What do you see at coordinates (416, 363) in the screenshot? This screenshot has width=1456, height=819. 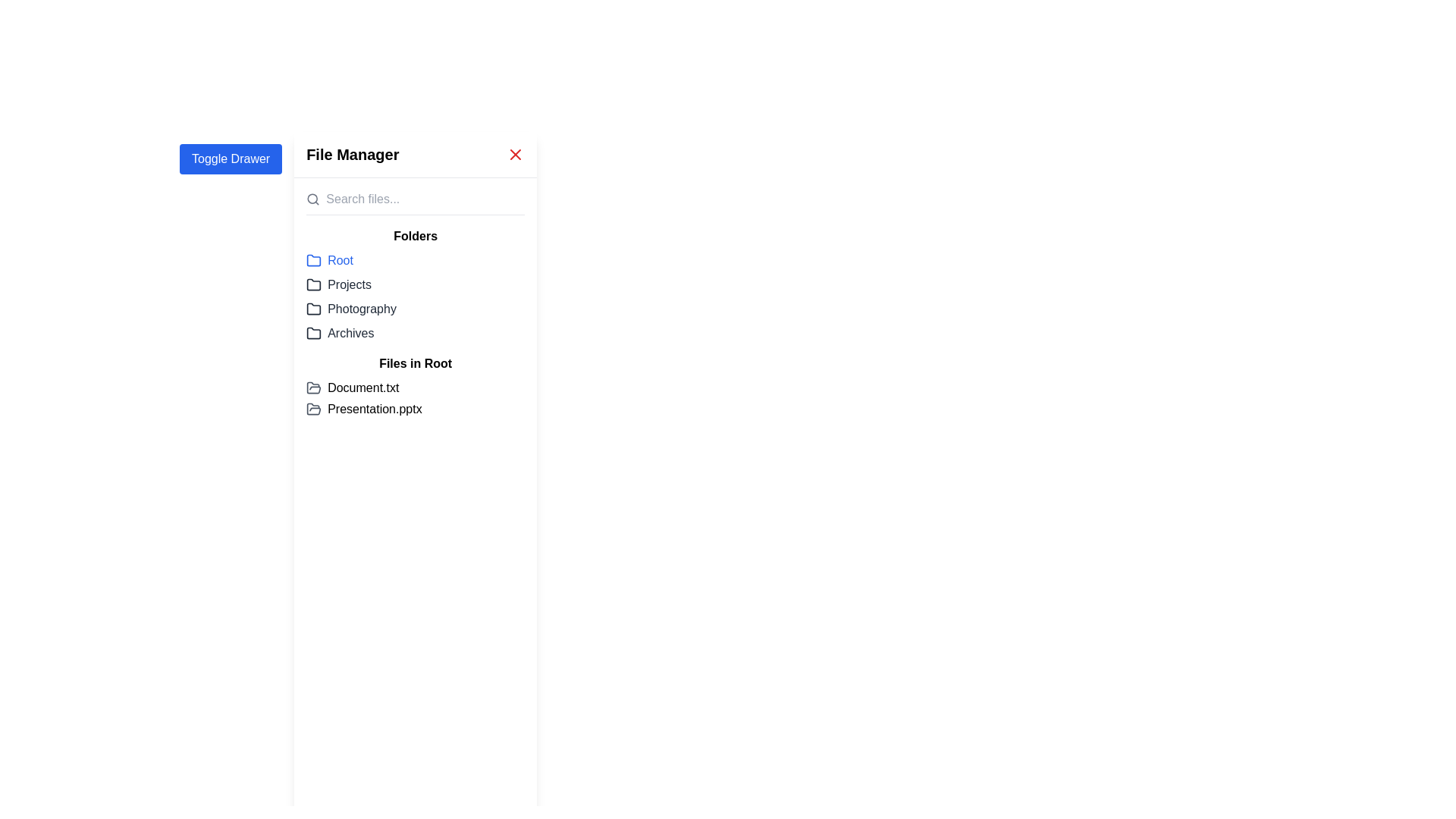 I see `the bold text label 'Files in Root' that is positioned above the file entries in the file manager layout` at bounding box center [416, 363].